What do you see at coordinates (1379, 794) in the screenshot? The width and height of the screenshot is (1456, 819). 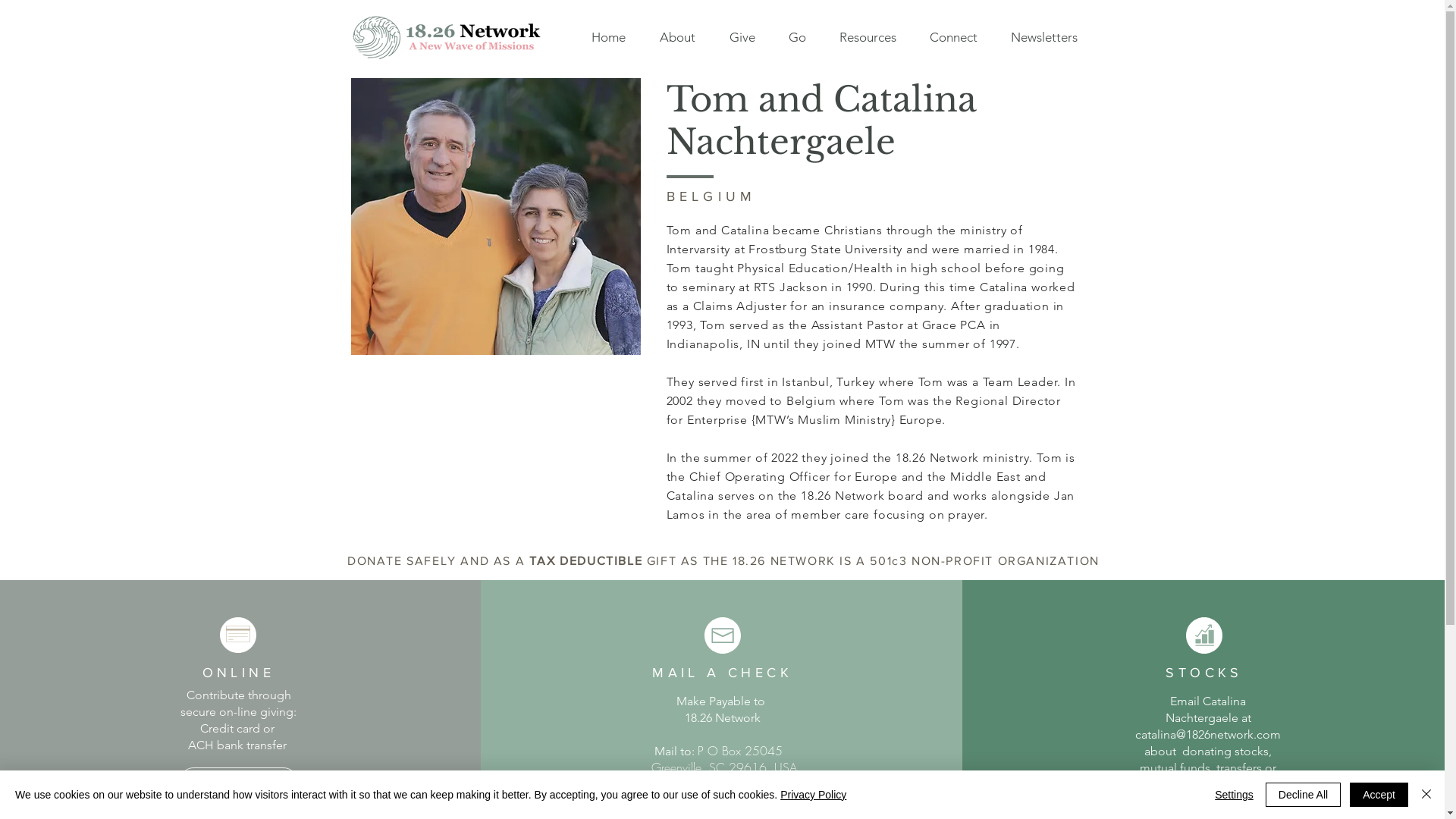 I see `'Accept'` at bounding box center [1379, 794].